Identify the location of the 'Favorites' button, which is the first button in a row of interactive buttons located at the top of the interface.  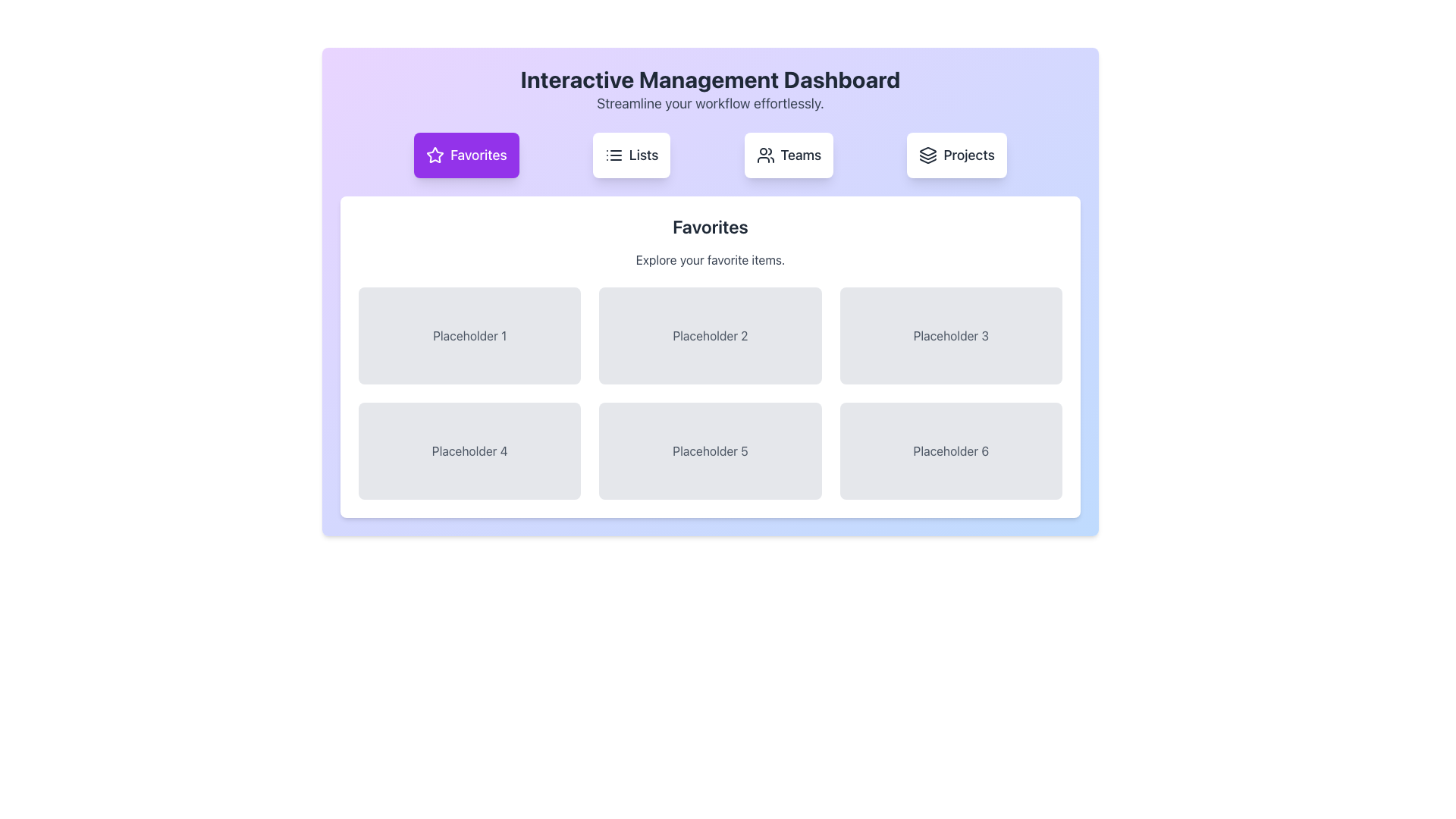
(466, 155).